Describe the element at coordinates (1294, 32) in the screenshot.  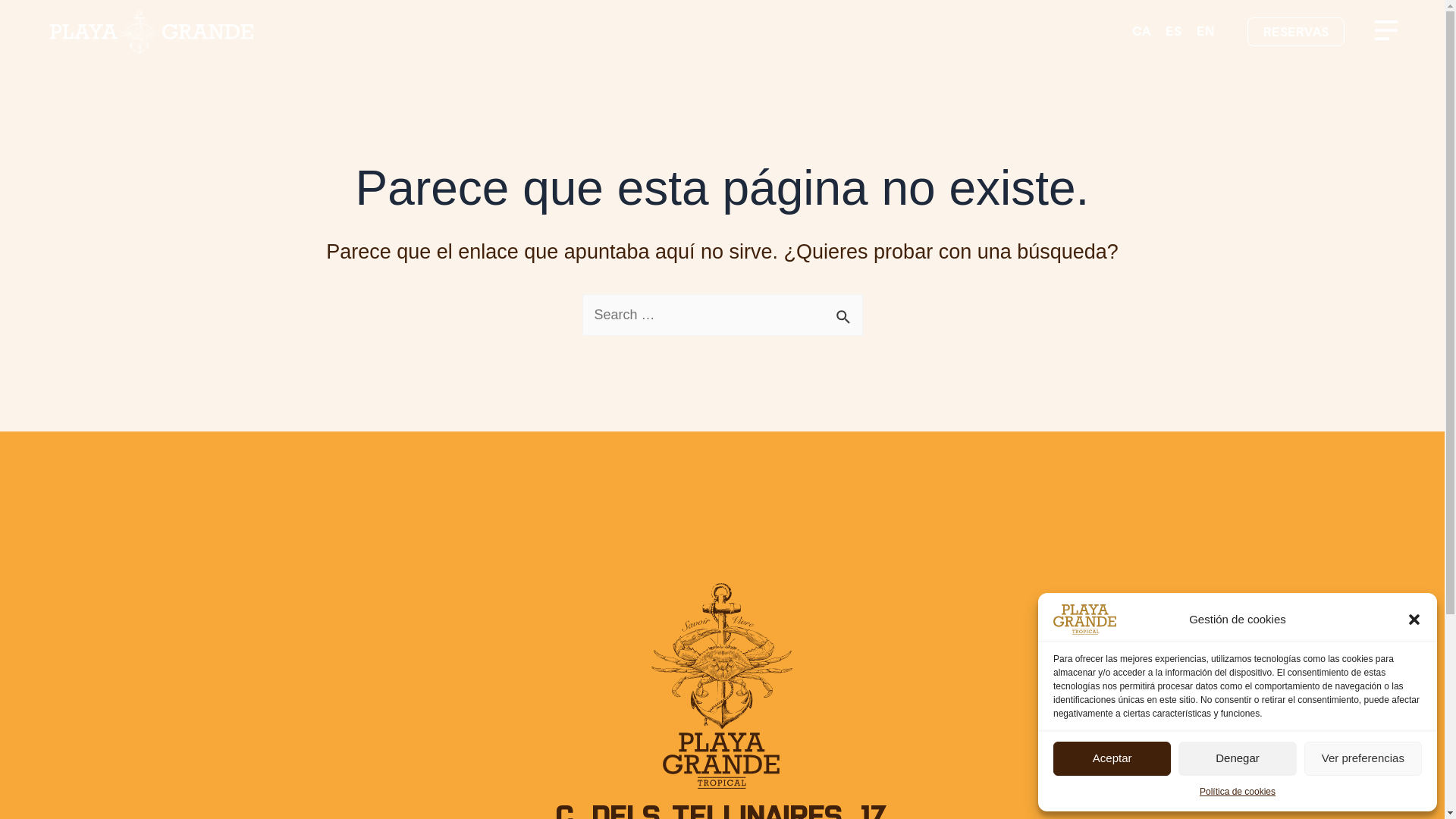
I see `'RESERVAS'` at that location.